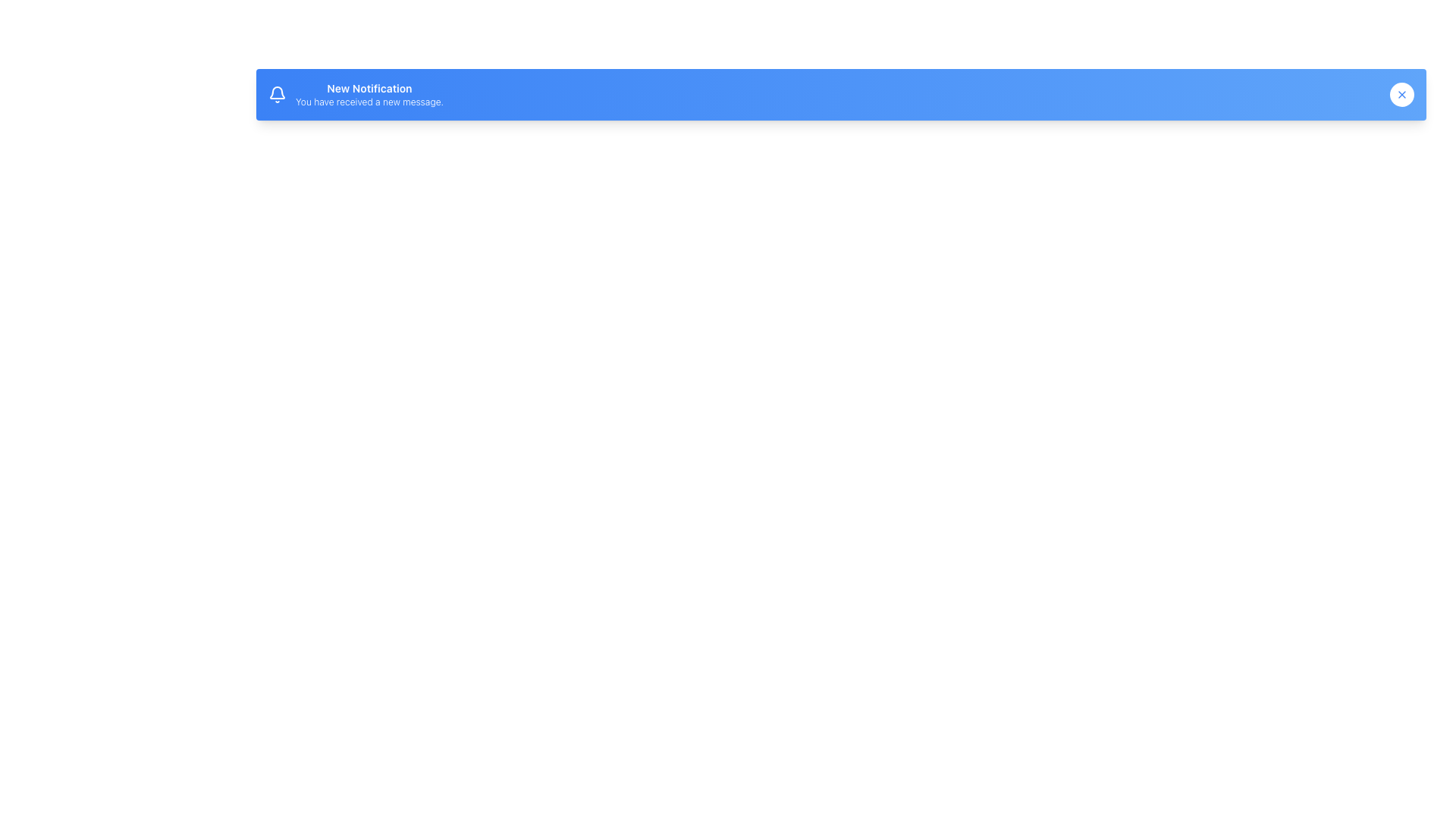  I want to click on the Notification banner located near the upper-left side of the interface, so click(355, 94).